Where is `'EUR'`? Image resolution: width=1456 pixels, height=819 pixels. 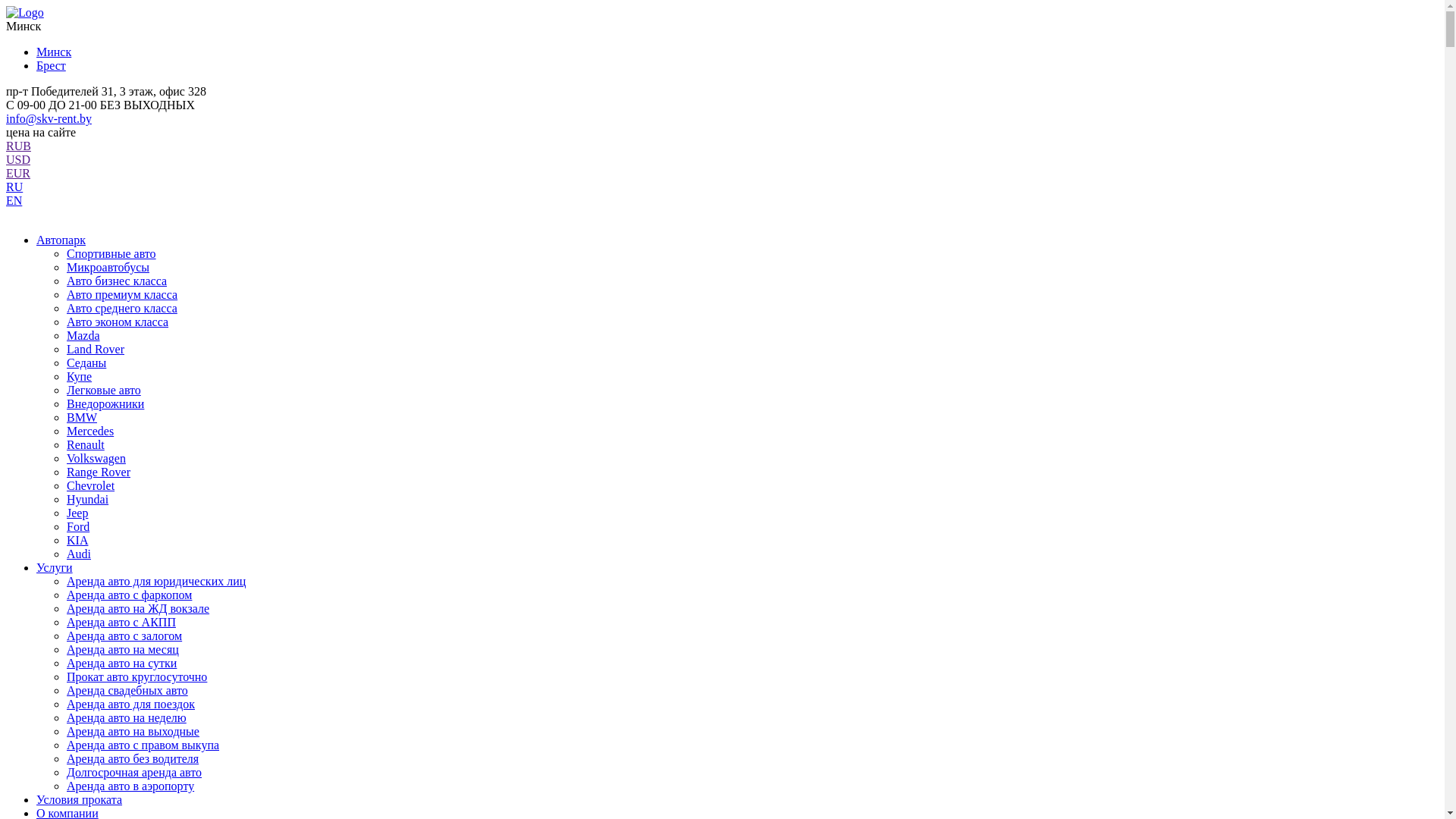 'EUR' is located at coordinates (18, 172).